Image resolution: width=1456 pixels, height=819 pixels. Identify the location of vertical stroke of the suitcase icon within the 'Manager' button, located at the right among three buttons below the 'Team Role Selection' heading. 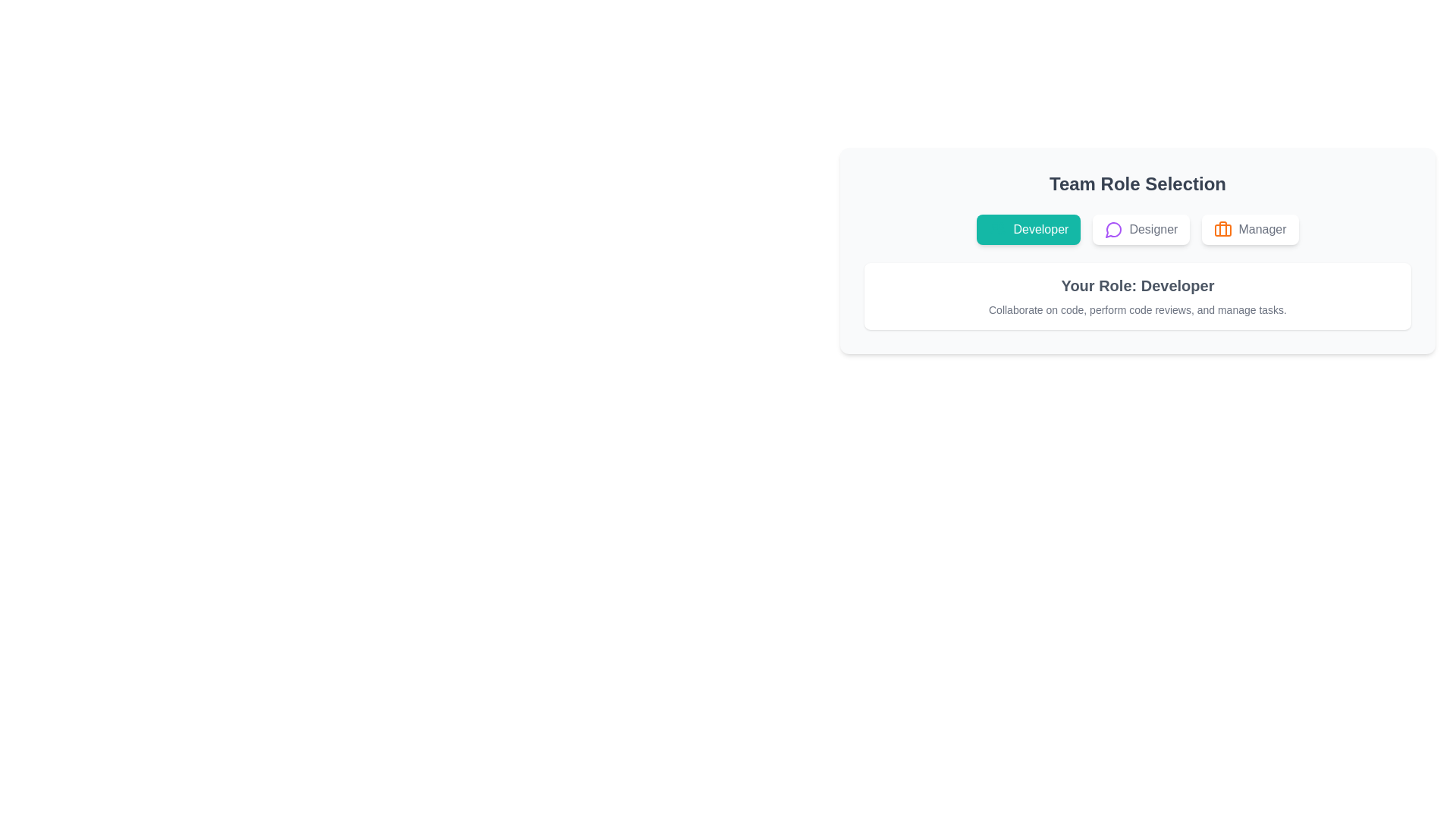
(1223, 228).